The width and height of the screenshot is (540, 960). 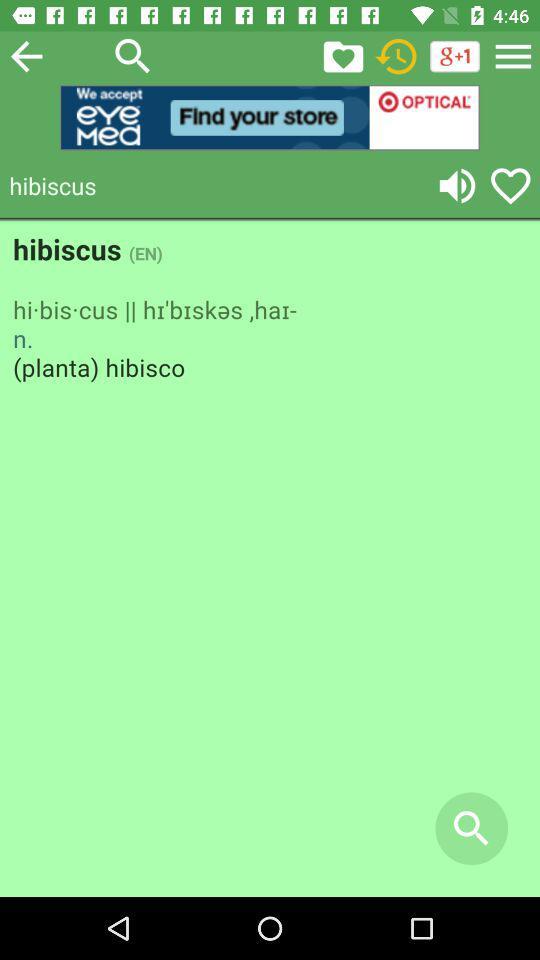 What do you see at coordinates (25, 55) in the screenshot?
I see `go back` at bounding box center [25, 55].